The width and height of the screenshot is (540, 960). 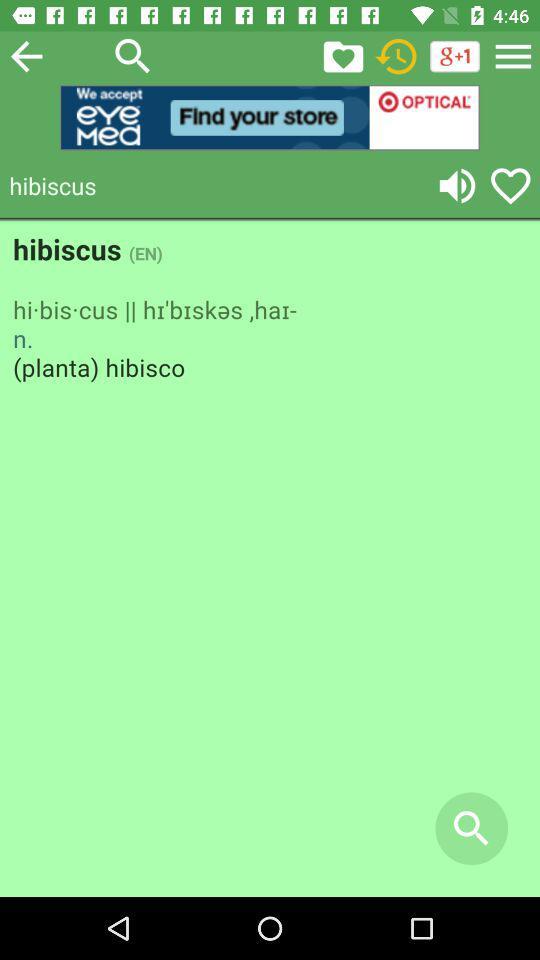 What do you see at coordinates (25, 55) in the screenshot?
I see `go back` at bounding box center [25, 55].